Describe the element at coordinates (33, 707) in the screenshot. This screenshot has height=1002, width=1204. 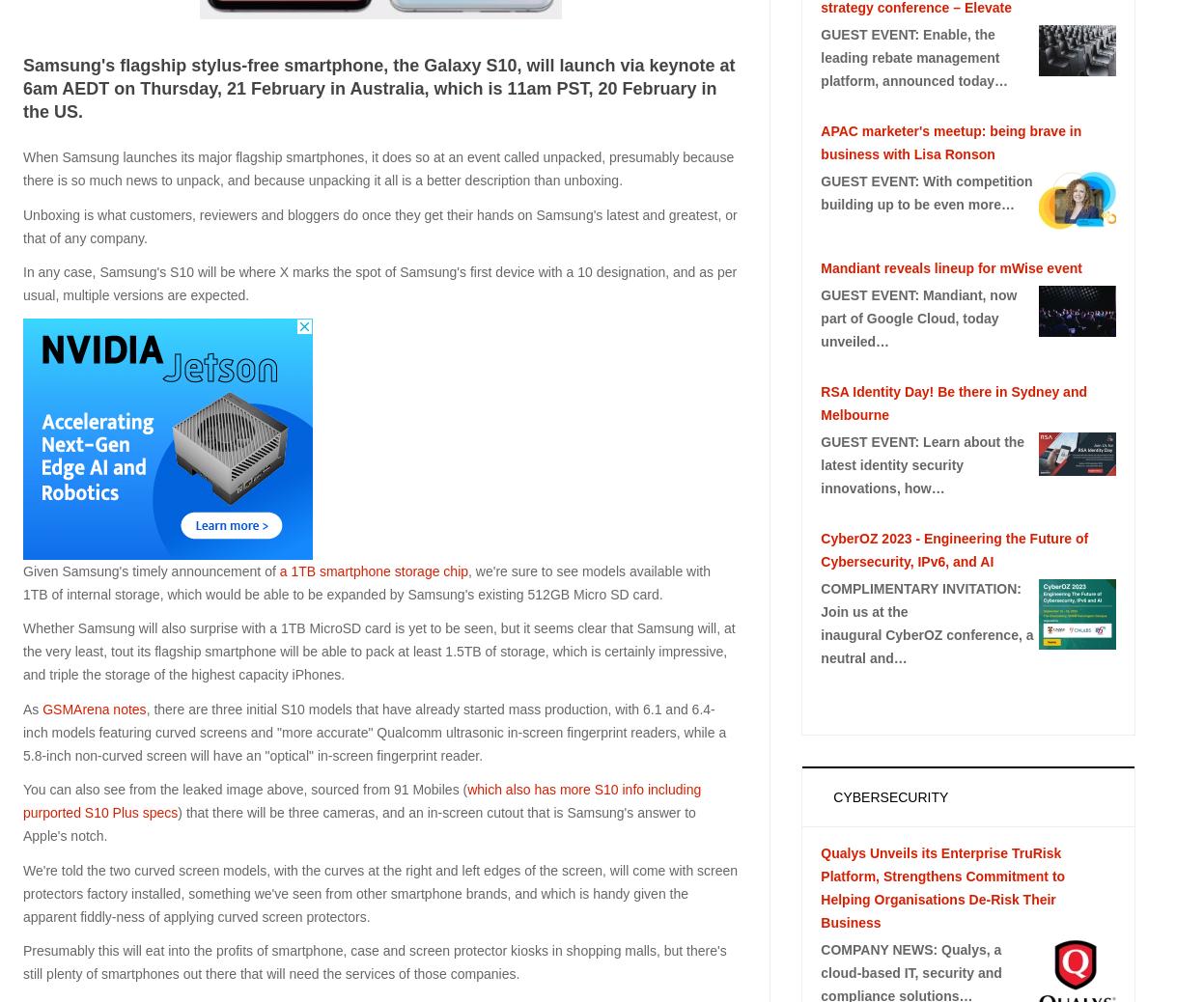
I see `'As'` at that location.